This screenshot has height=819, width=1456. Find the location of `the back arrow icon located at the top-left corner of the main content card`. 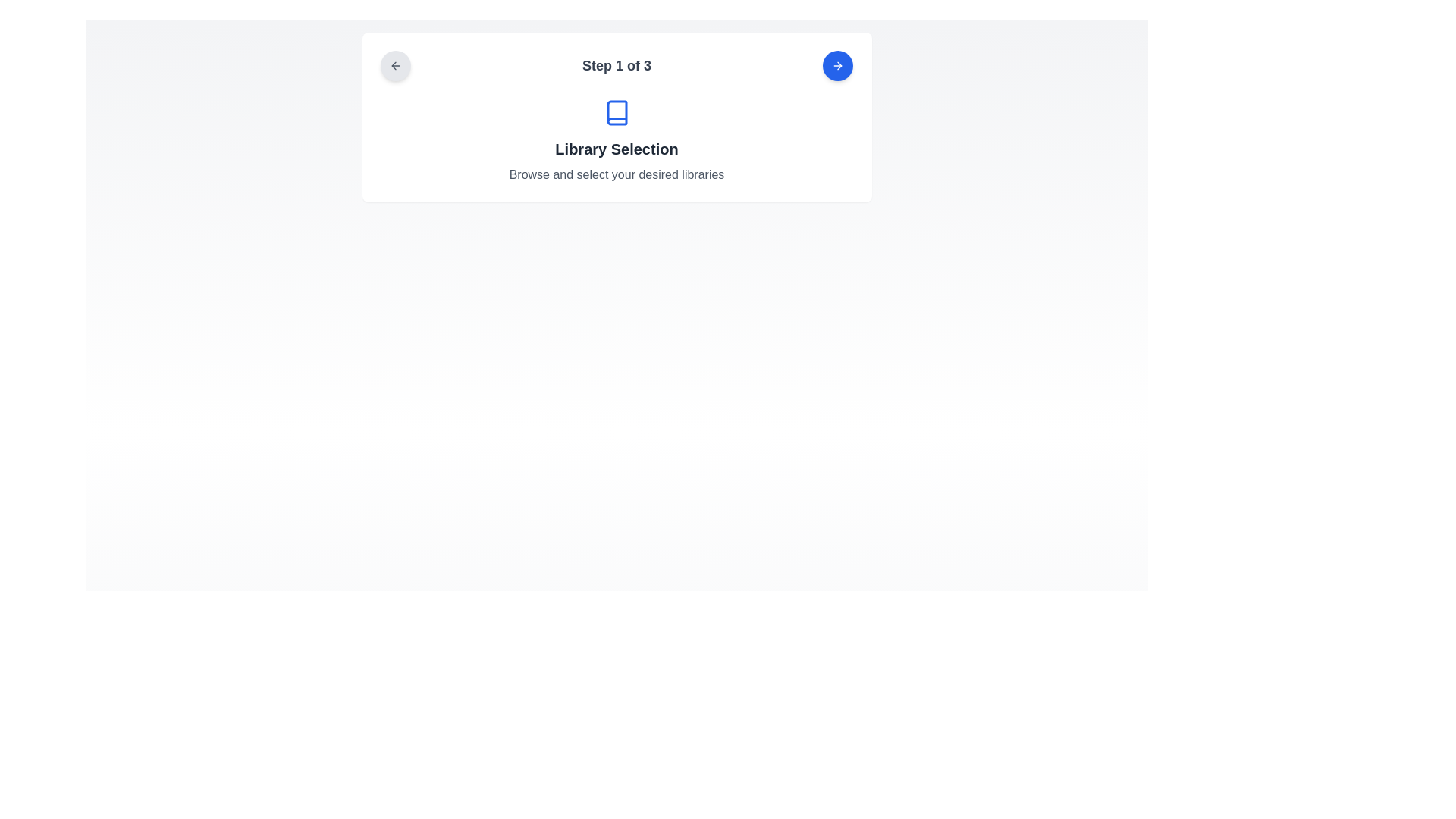

the back arrow icon located at the top-left corner of the main content card is located at coordinates (395, 65).